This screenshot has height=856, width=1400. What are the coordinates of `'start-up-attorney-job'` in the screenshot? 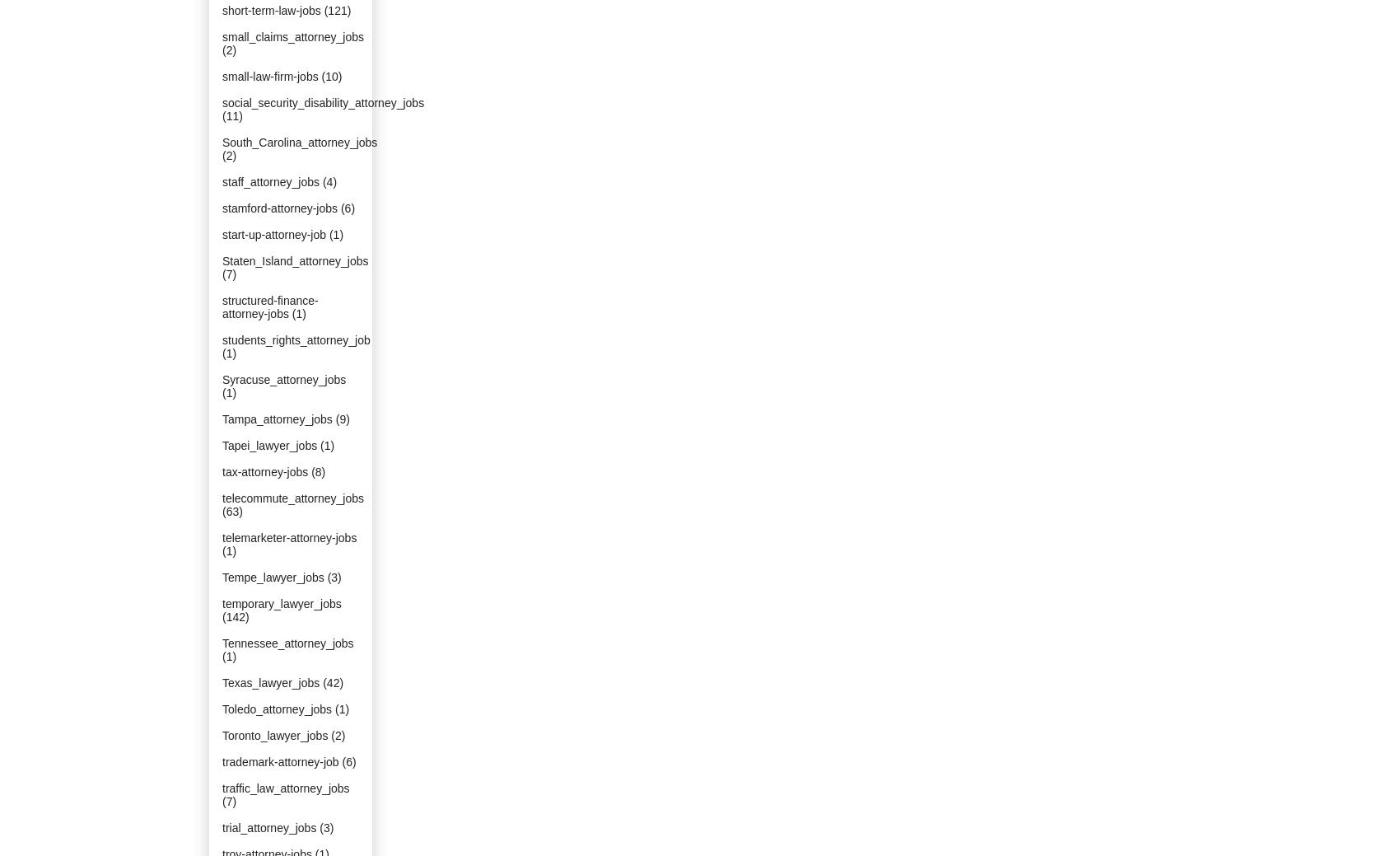 It's located at (273, 234).